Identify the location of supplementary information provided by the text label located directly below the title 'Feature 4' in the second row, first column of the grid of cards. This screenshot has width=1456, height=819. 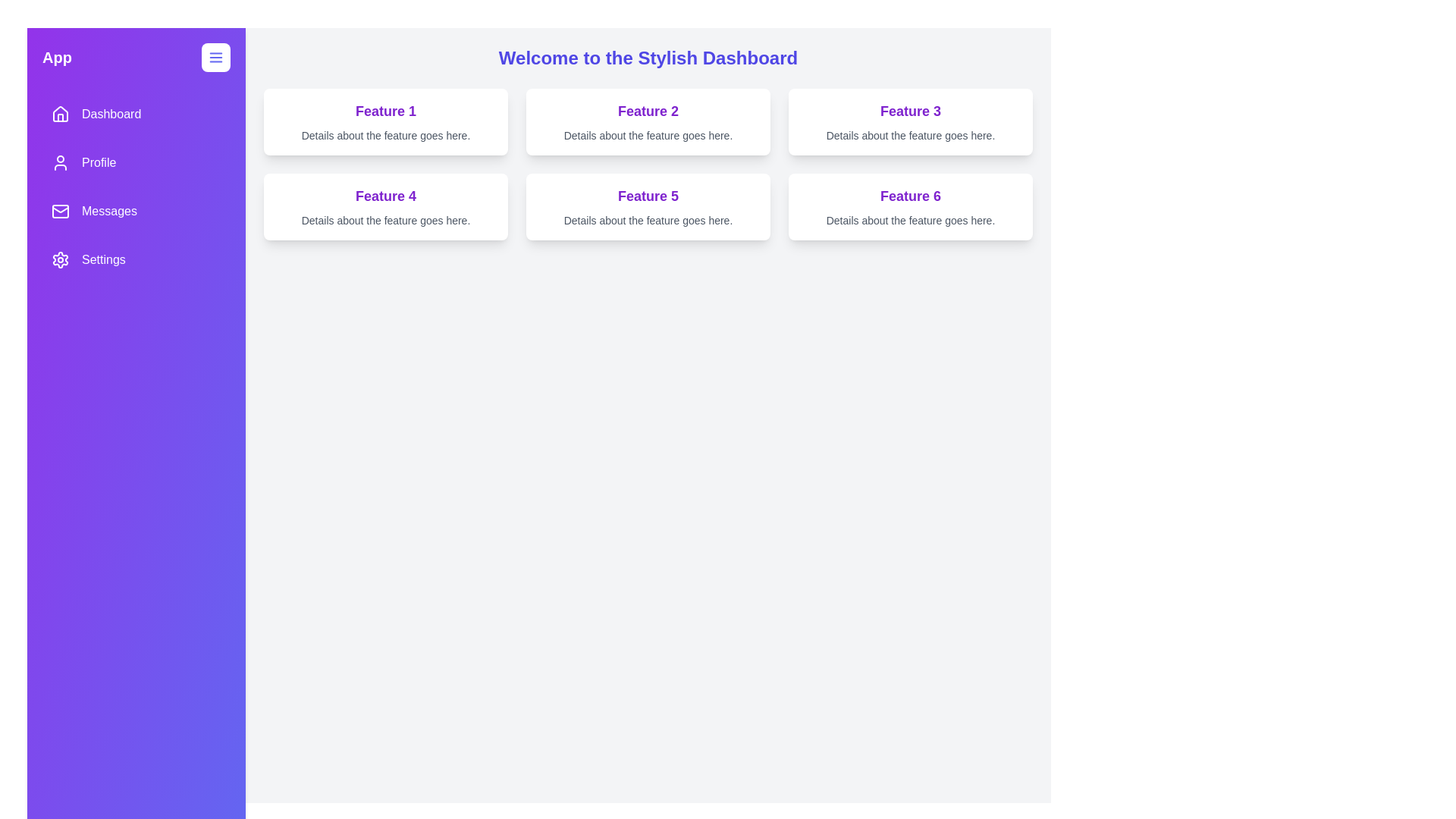
(385, 220).